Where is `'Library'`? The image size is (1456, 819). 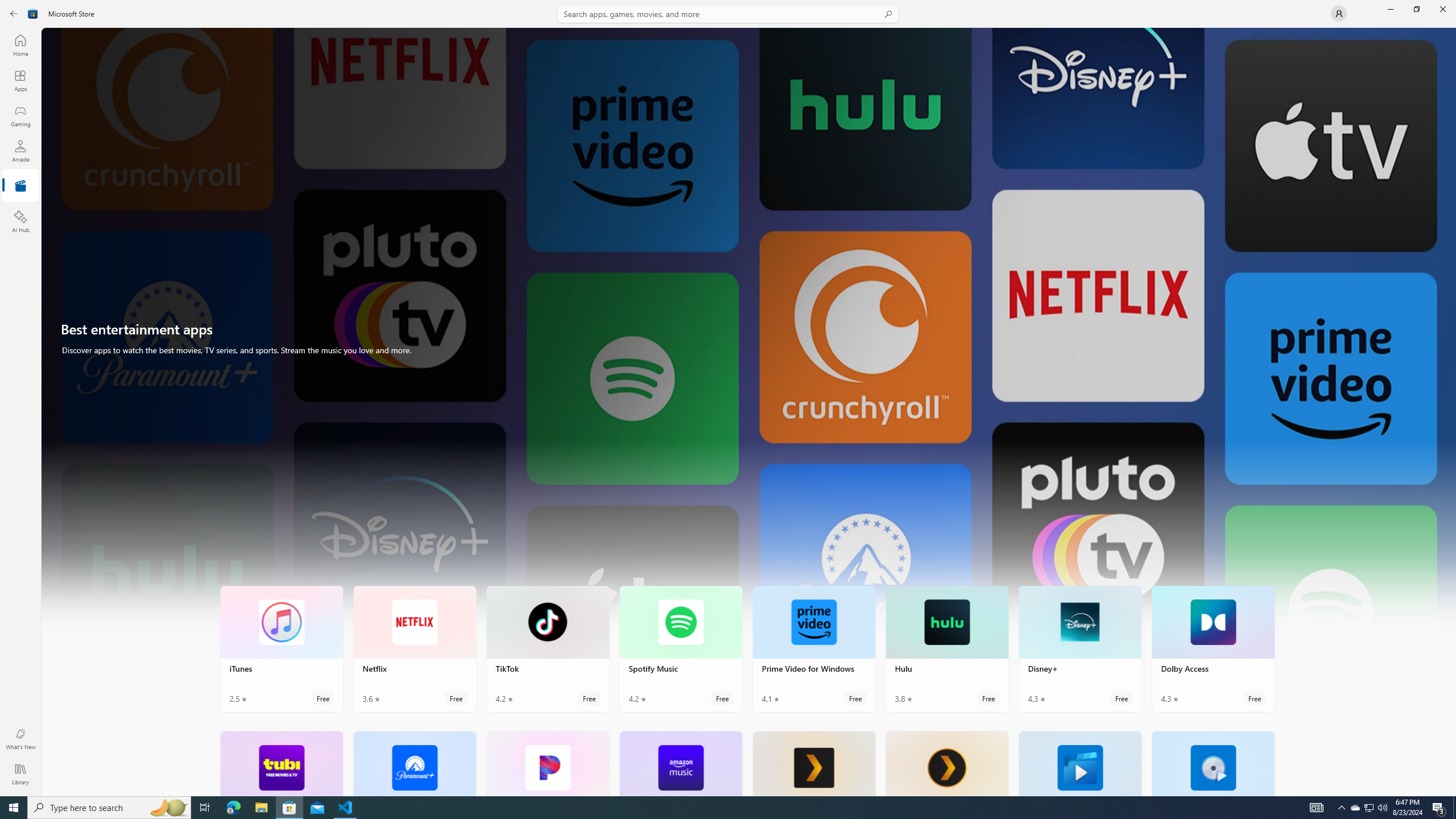 'Library' is located at coordinates (19, 773).